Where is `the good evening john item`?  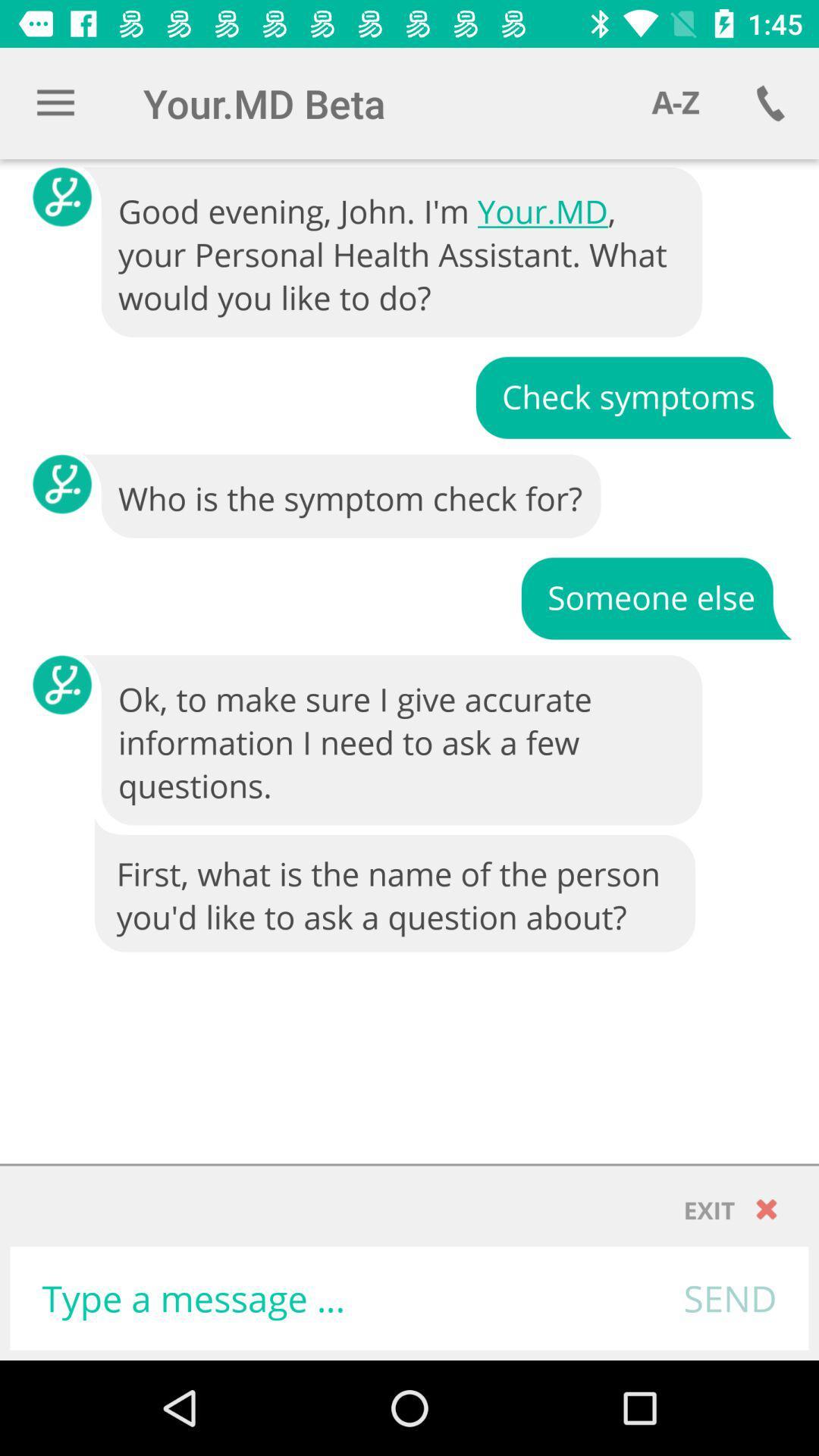
the good evening john item is located at coordinates (393, 253).